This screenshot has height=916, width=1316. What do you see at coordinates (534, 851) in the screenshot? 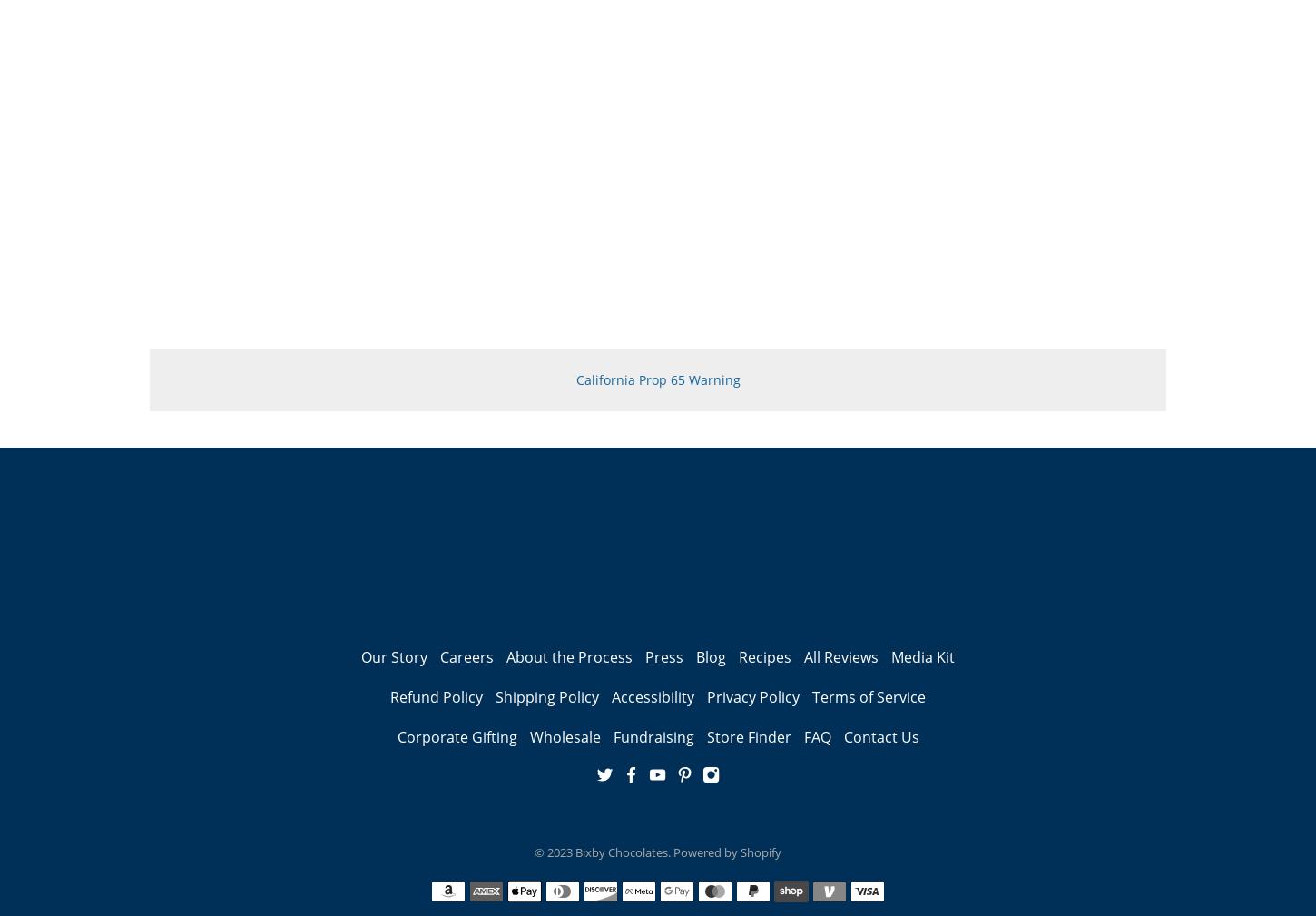
I see `'© 2023'` at bounding box center [534, 851].